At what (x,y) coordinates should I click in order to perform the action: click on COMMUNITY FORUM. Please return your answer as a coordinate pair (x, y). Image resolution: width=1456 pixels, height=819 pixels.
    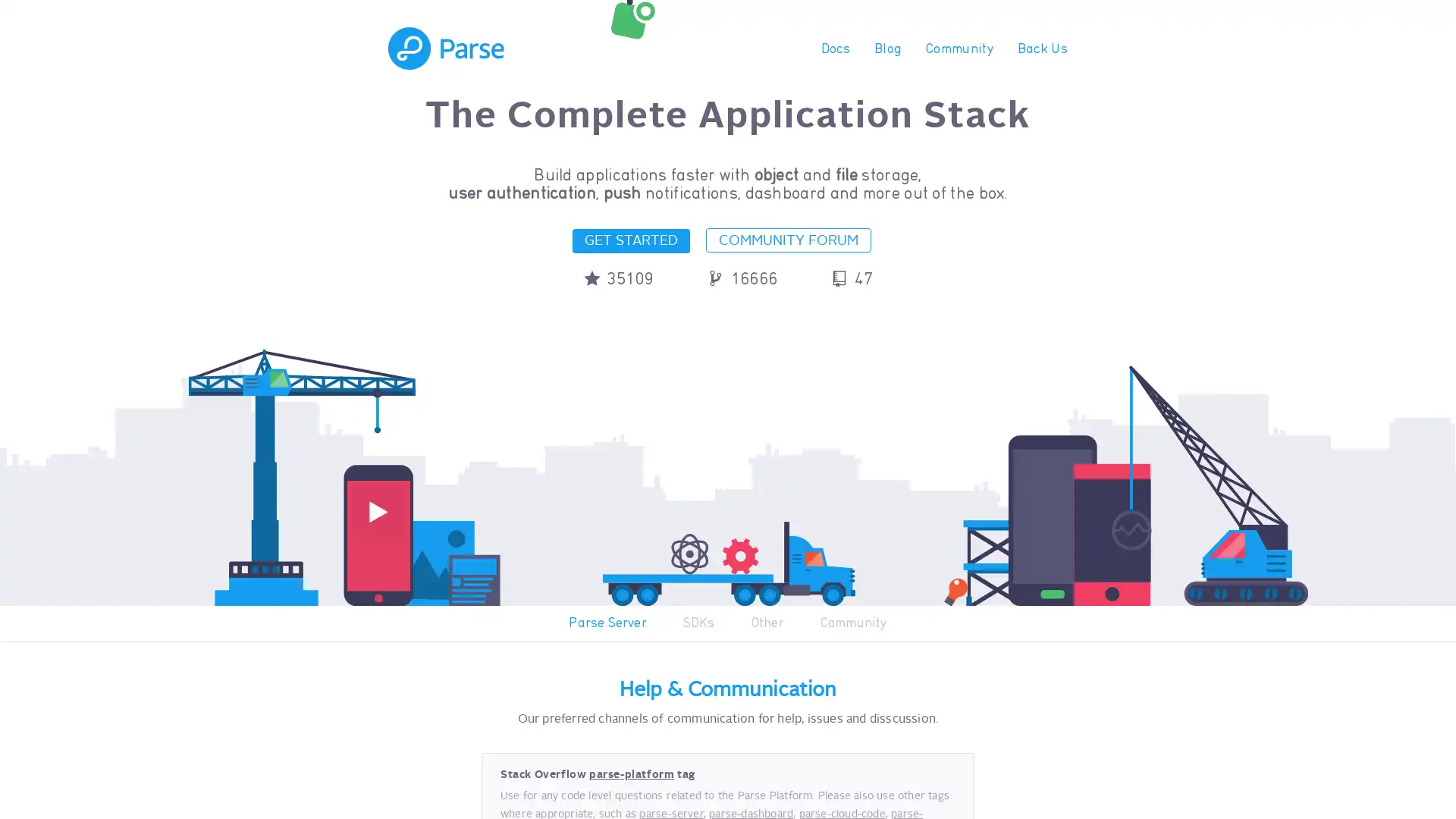
    Looking at the image, I should click on (789, 239).